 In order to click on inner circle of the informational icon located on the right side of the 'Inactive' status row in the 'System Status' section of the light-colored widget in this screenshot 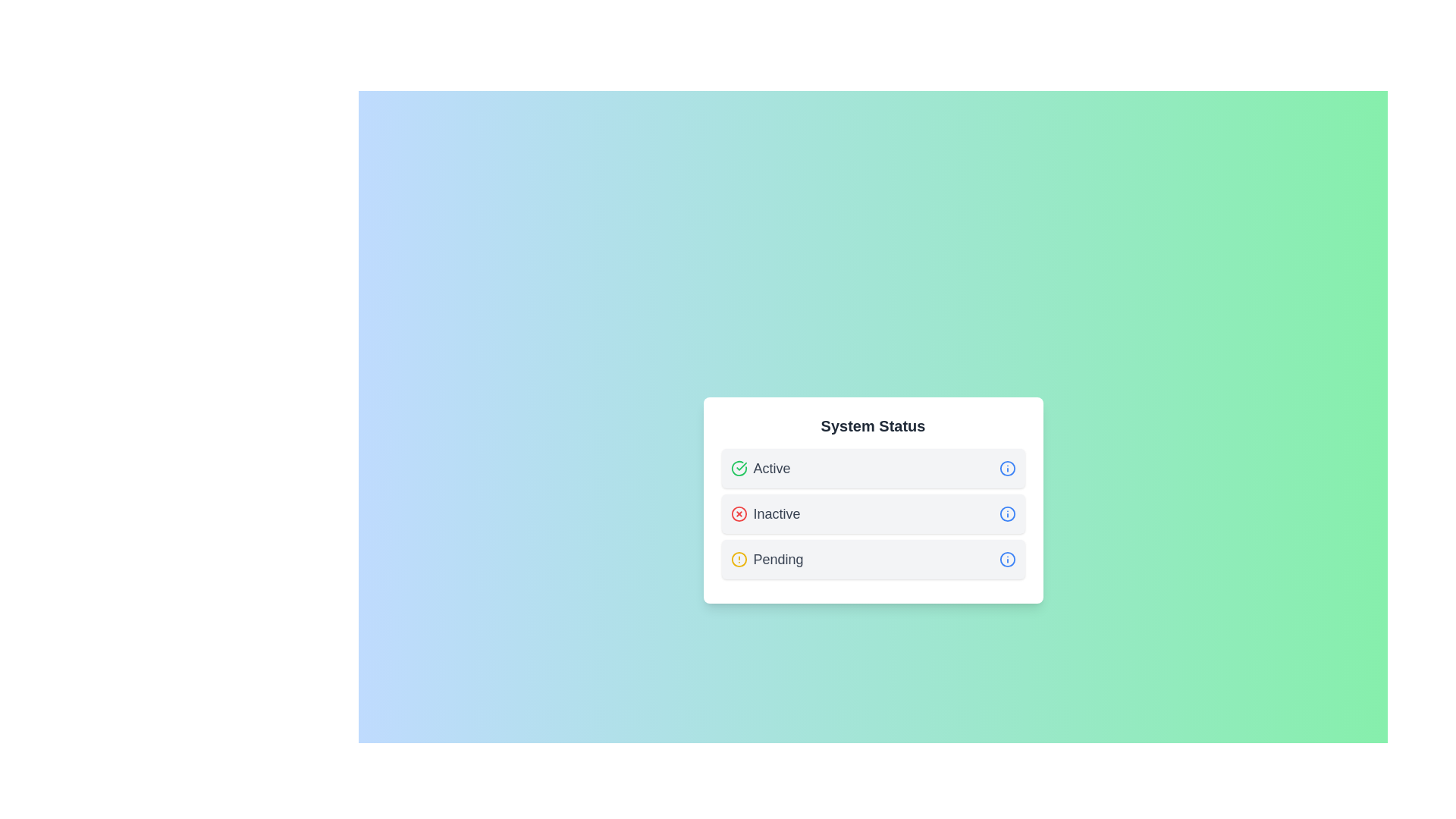, I will do `click(1007, 513)`.